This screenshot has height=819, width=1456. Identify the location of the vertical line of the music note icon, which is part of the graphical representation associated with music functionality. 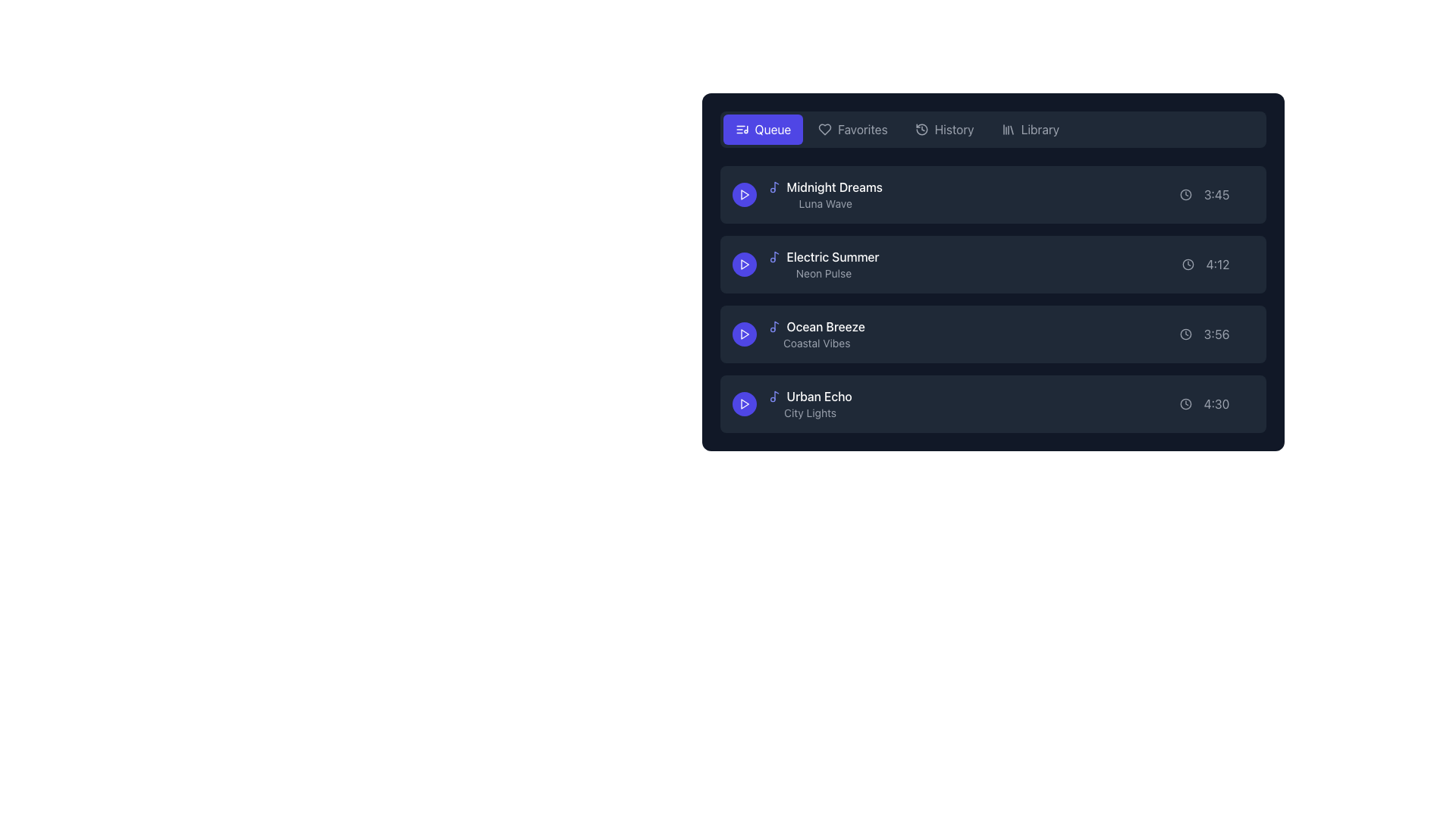
(776, 255).